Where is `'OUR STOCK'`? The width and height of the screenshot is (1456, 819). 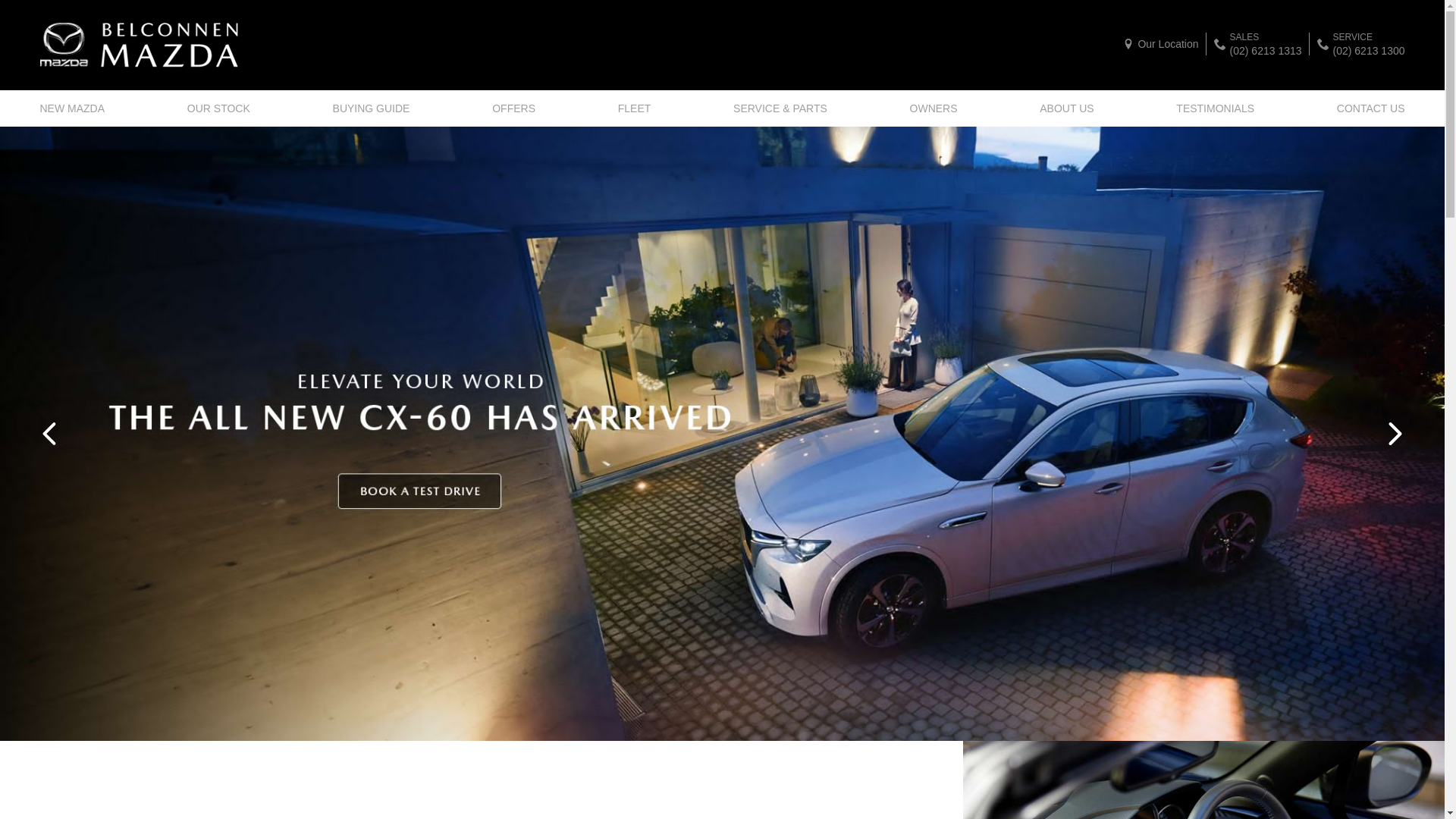 'OUR STOCK' is located at coordinates (218, 107).